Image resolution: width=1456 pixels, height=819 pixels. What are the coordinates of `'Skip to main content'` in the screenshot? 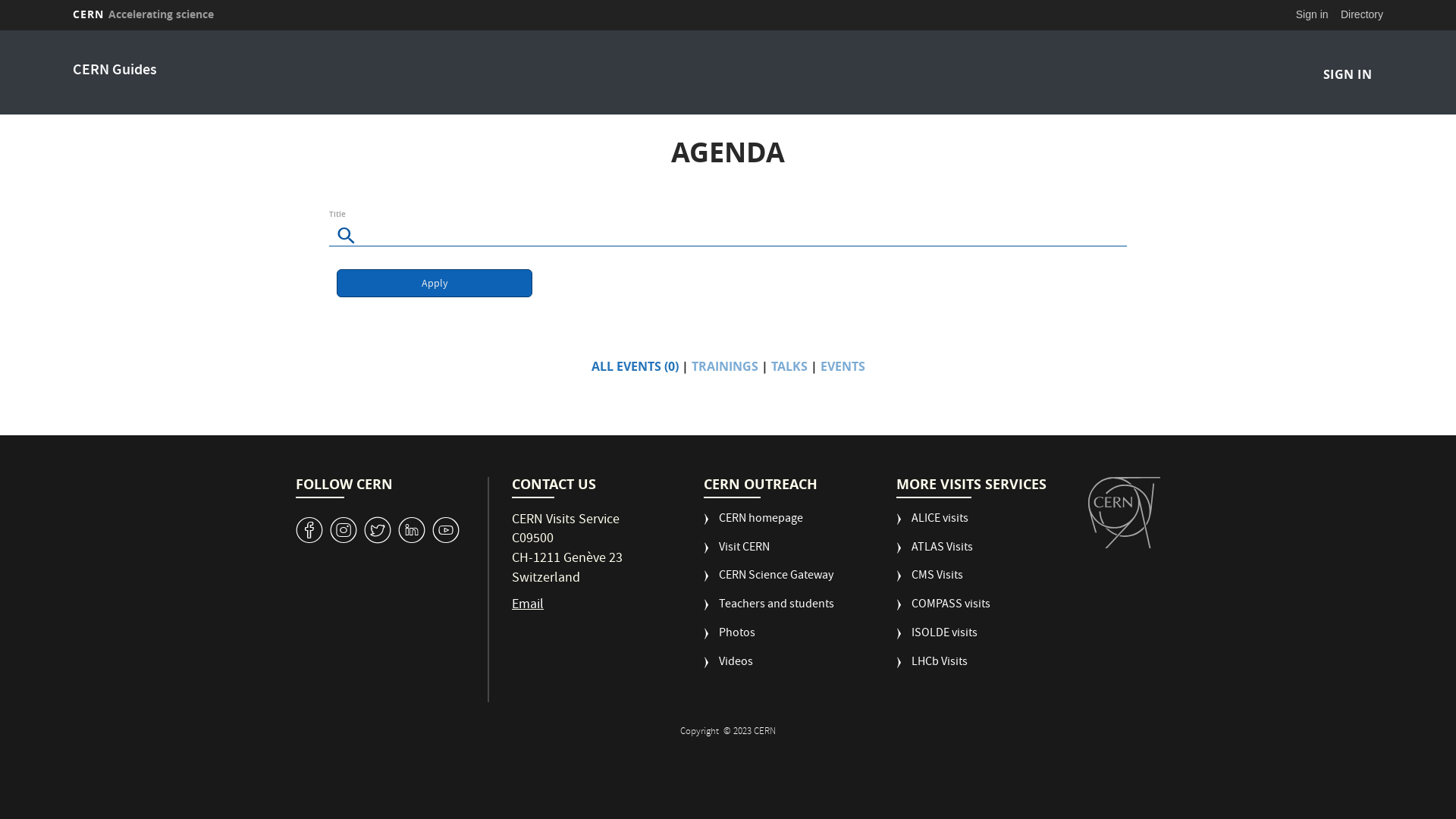 It's located at (0, 30).